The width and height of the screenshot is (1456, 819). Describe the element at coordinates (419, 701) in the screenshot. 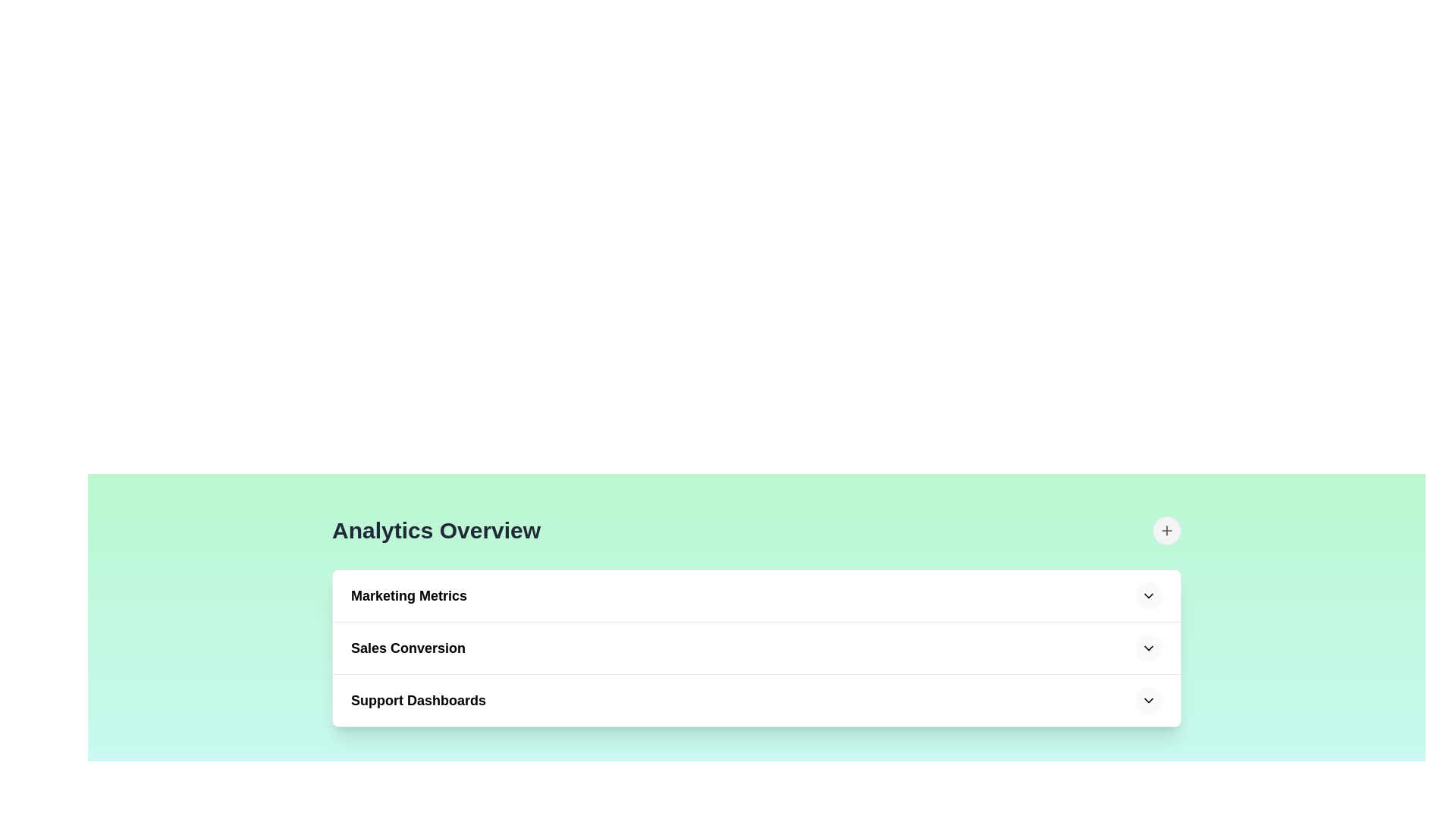

I see `the 'Support Dashboards' text label, which is the third item in the vertical list under the 'Analytics Overview' header` at that location.